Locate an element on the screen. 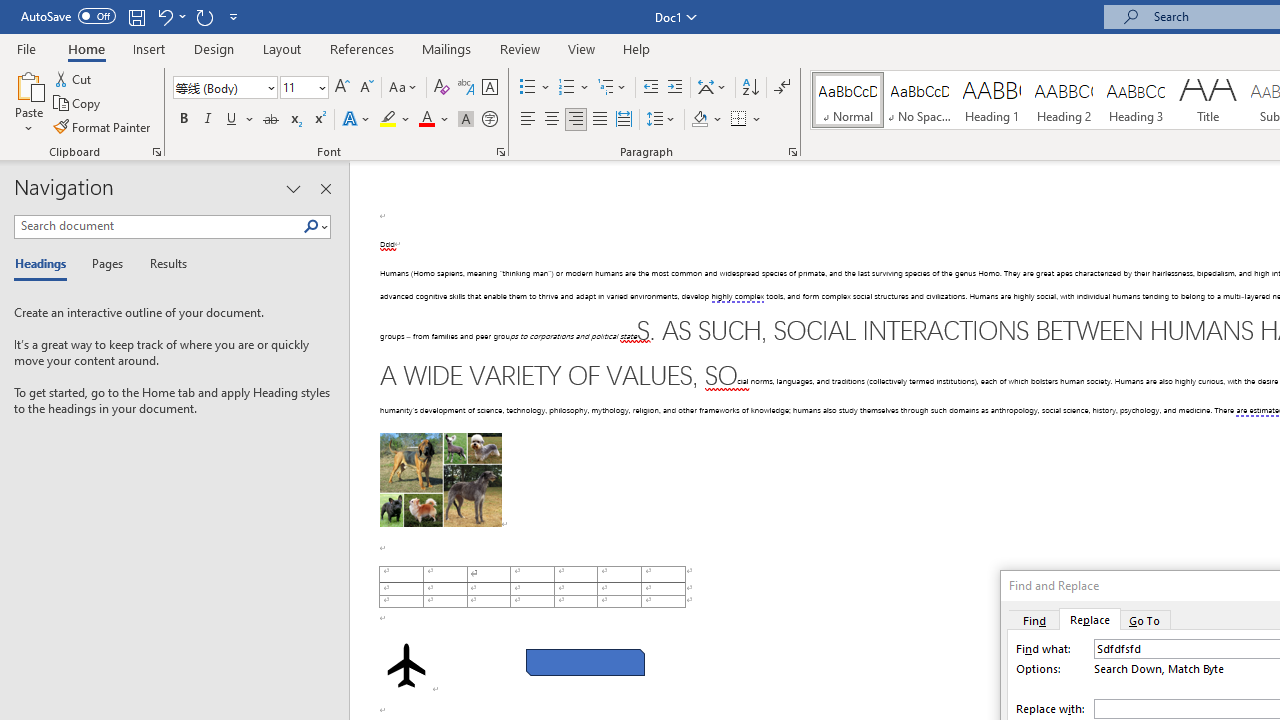  'Font' is located at coordinates (225, 86).